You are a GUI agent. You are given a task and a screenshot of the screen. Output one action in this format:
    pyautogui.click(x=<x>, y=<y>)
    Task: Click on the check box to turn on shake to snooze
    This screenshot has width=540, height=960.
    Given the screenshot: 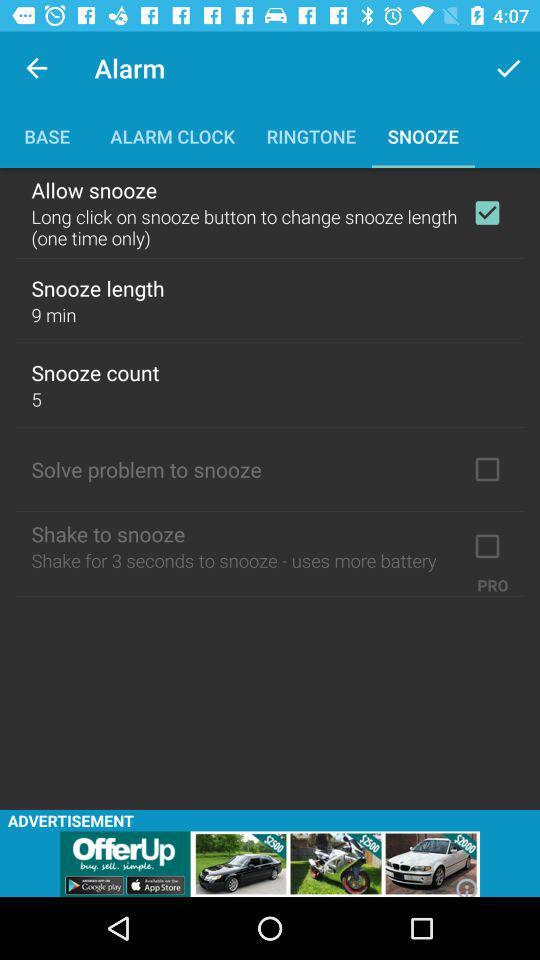 What is the action you would take?
    pyautogui.click(x=486, y=546)
    